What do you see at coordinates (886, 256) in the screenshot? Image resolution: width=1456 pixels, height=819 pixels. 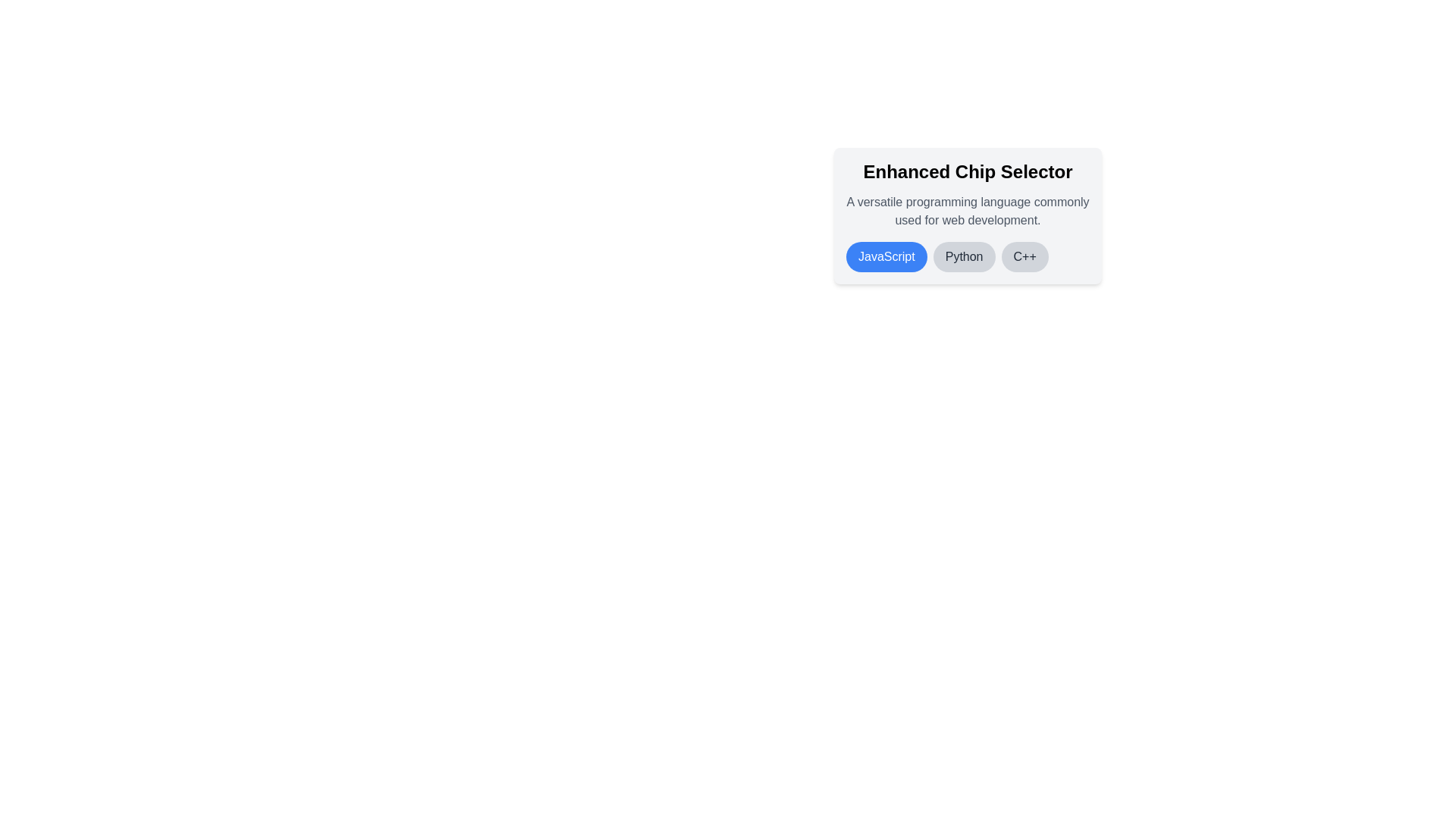 I see `the chip labeled JavaScript to select it and view its details` at bounding box center [886, 256].